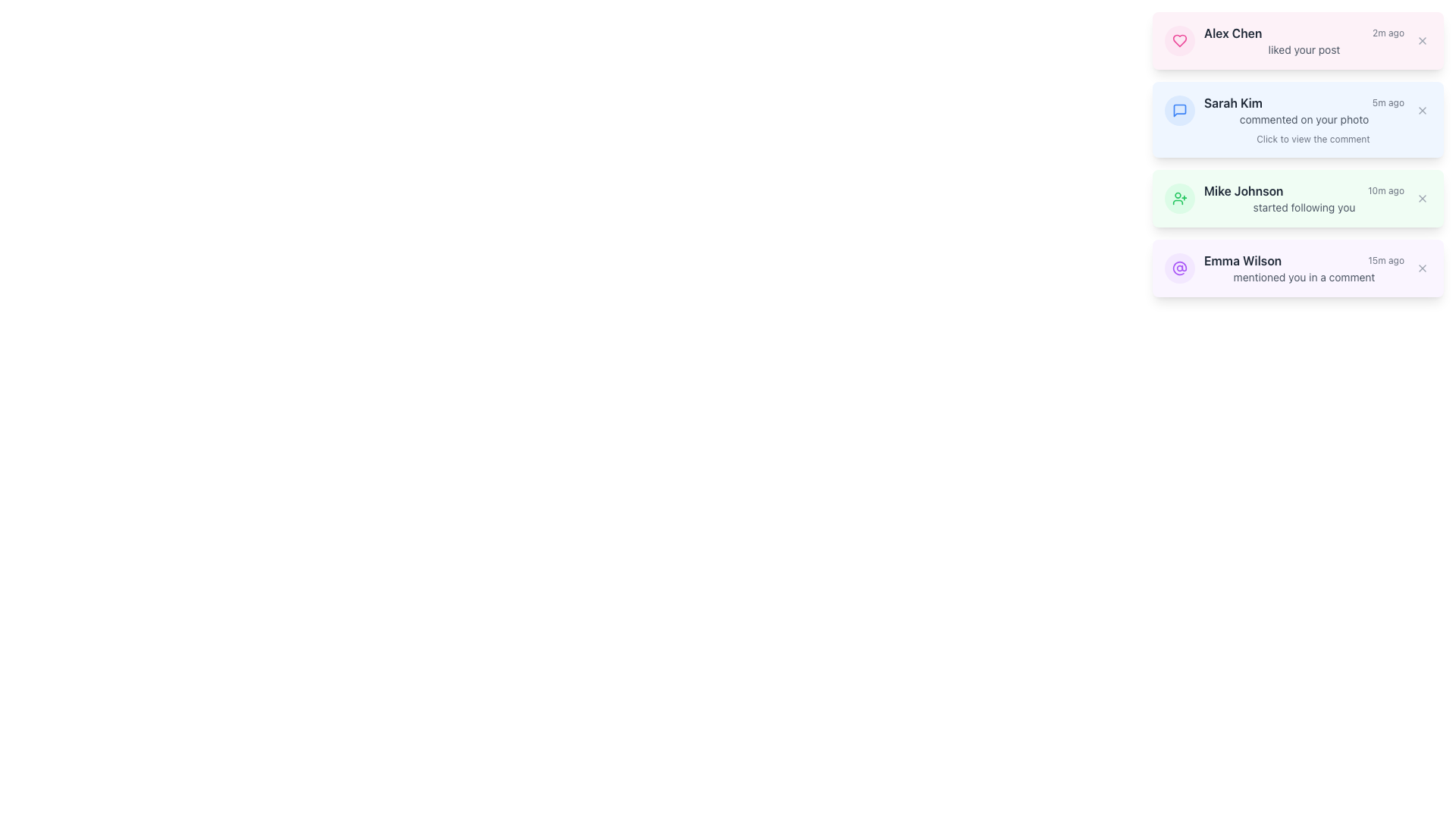 Image resolution: width=1456 pixels, height=819 pixels. I want to click on the static text displaying the elapsed time since the notification was created, located at the top right corner of the notification card for user 'Sarah Kim', so click(1388, 102).